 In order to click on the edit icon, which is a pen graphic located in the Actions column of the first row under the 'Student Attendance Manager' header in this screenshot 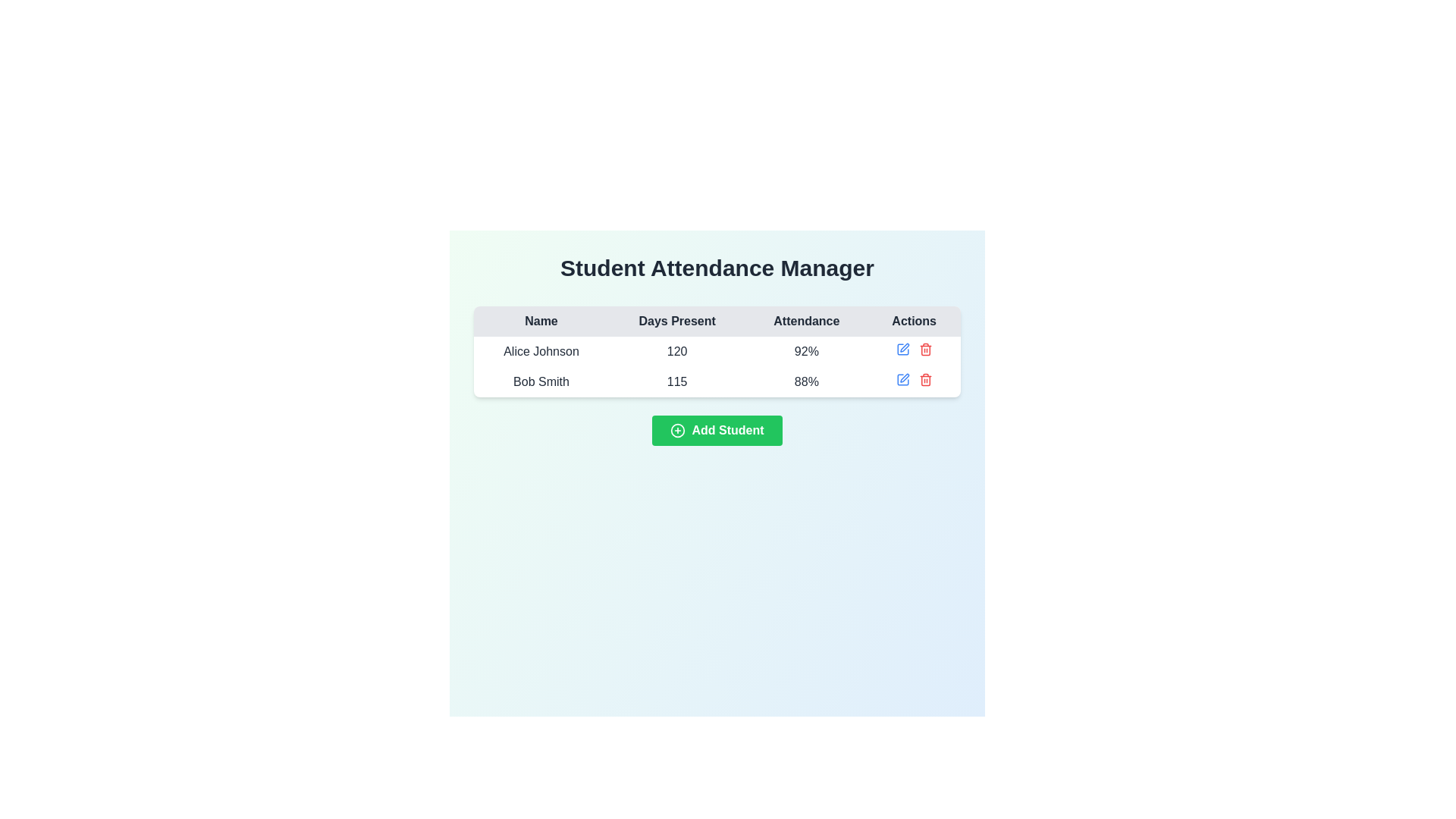, I will do `click(904, 347)`.